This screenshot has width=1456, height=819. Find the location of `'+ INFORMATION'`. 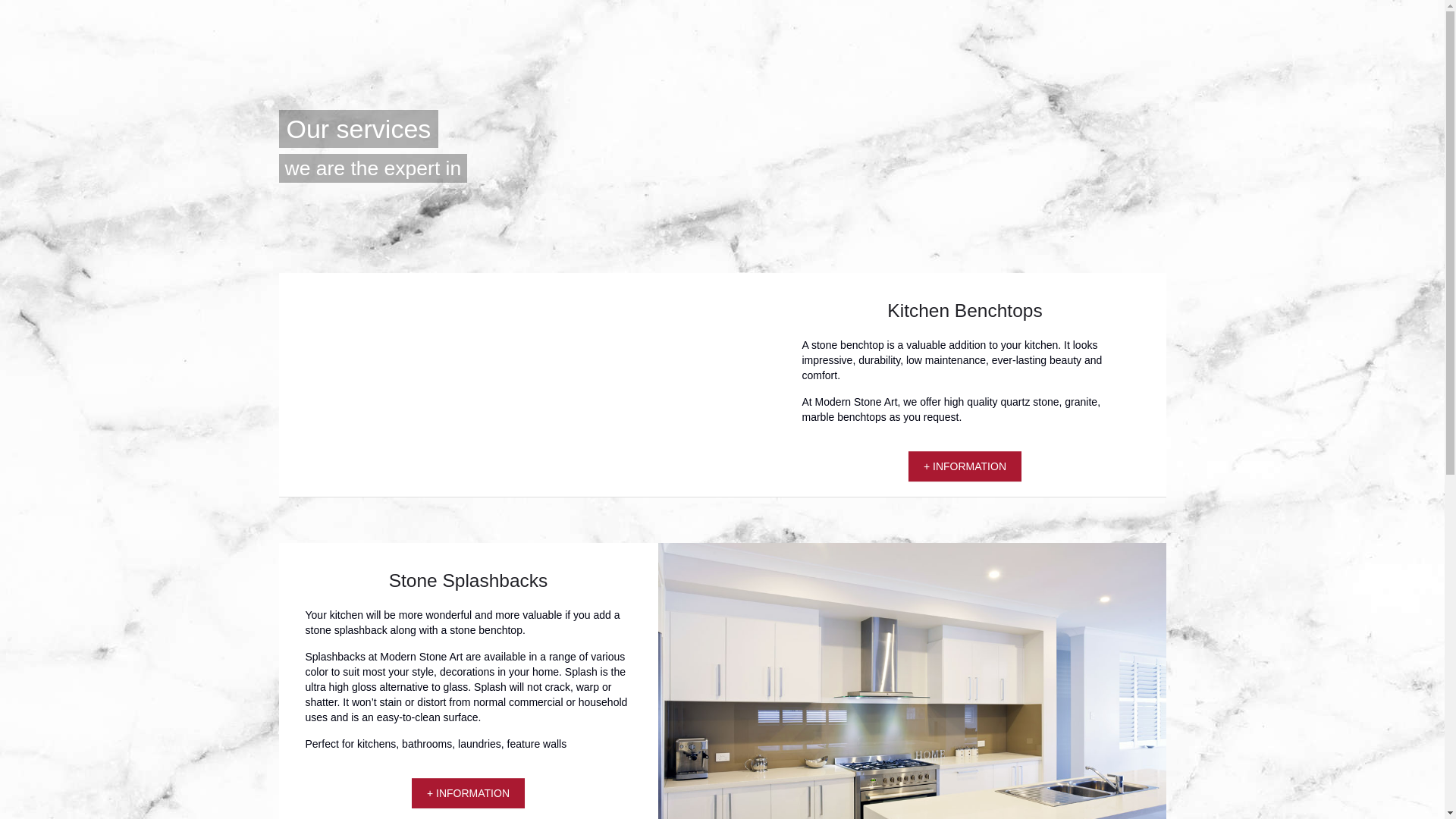

'+ INFORMATION' is located at coordinates (923, 465).